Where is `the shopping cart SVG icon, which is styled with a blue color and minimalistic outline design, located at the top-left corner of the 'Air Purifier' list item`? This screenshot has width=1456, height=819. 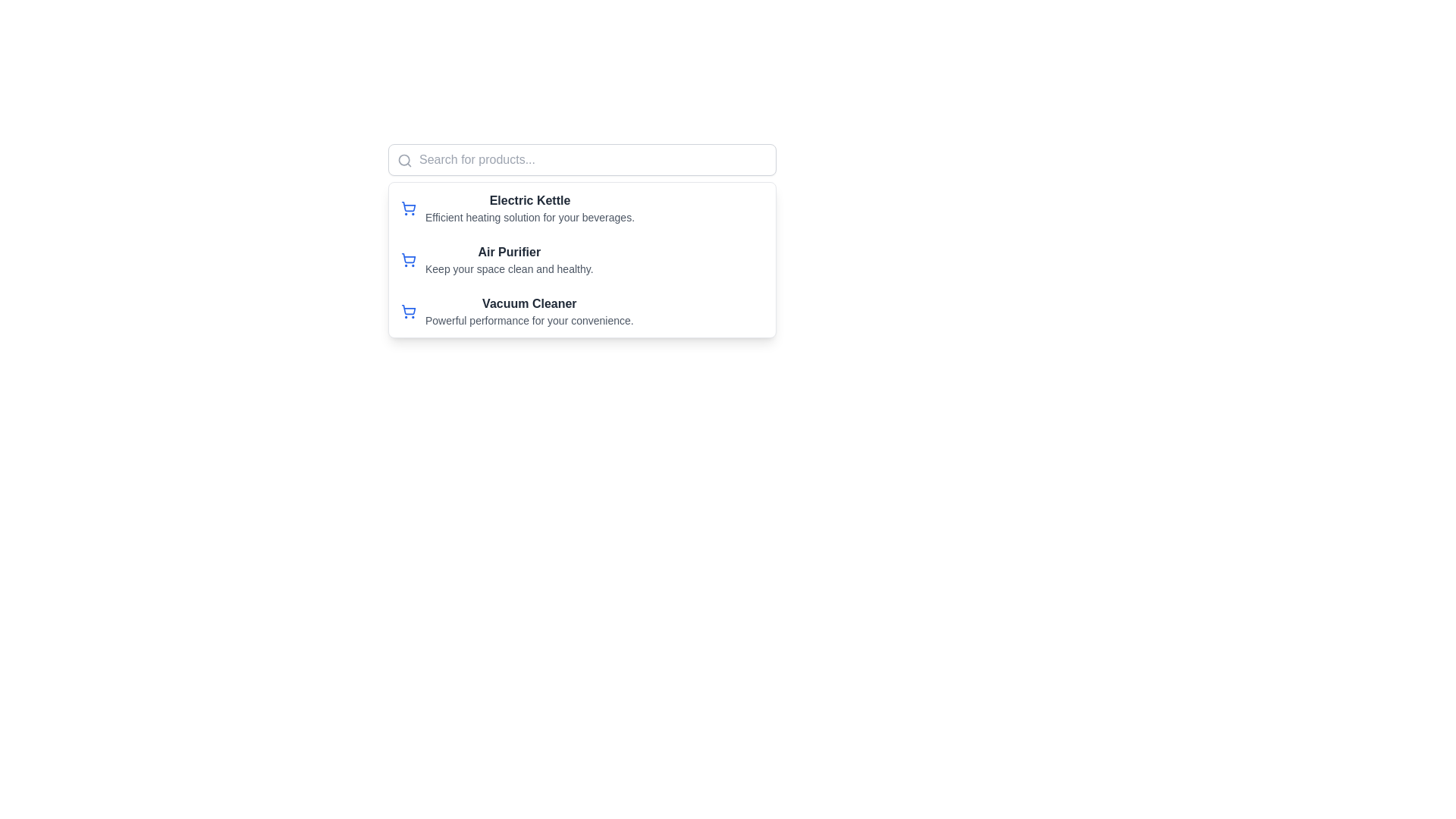
the shopping cart SVG icon, which is styled with a blue color and minimalistic outline design, located at the top-left corner of the 'Air Purifier' list item is located at coordinates (408, 259).